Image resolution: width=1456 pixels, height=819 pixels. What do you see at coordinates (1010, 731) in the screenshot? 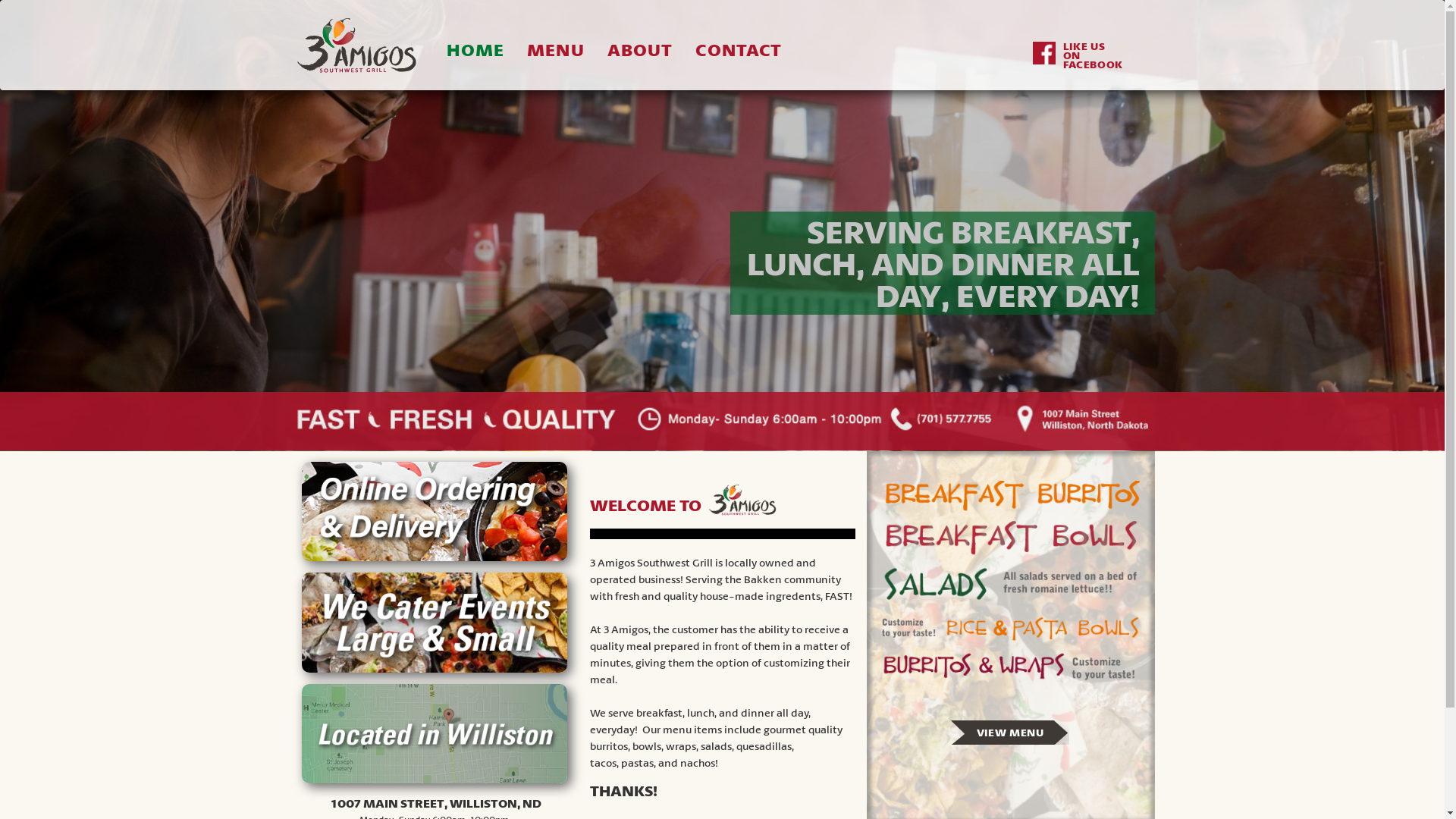
I see `'VIEW MENU'` at bounding box center [1010, 731].